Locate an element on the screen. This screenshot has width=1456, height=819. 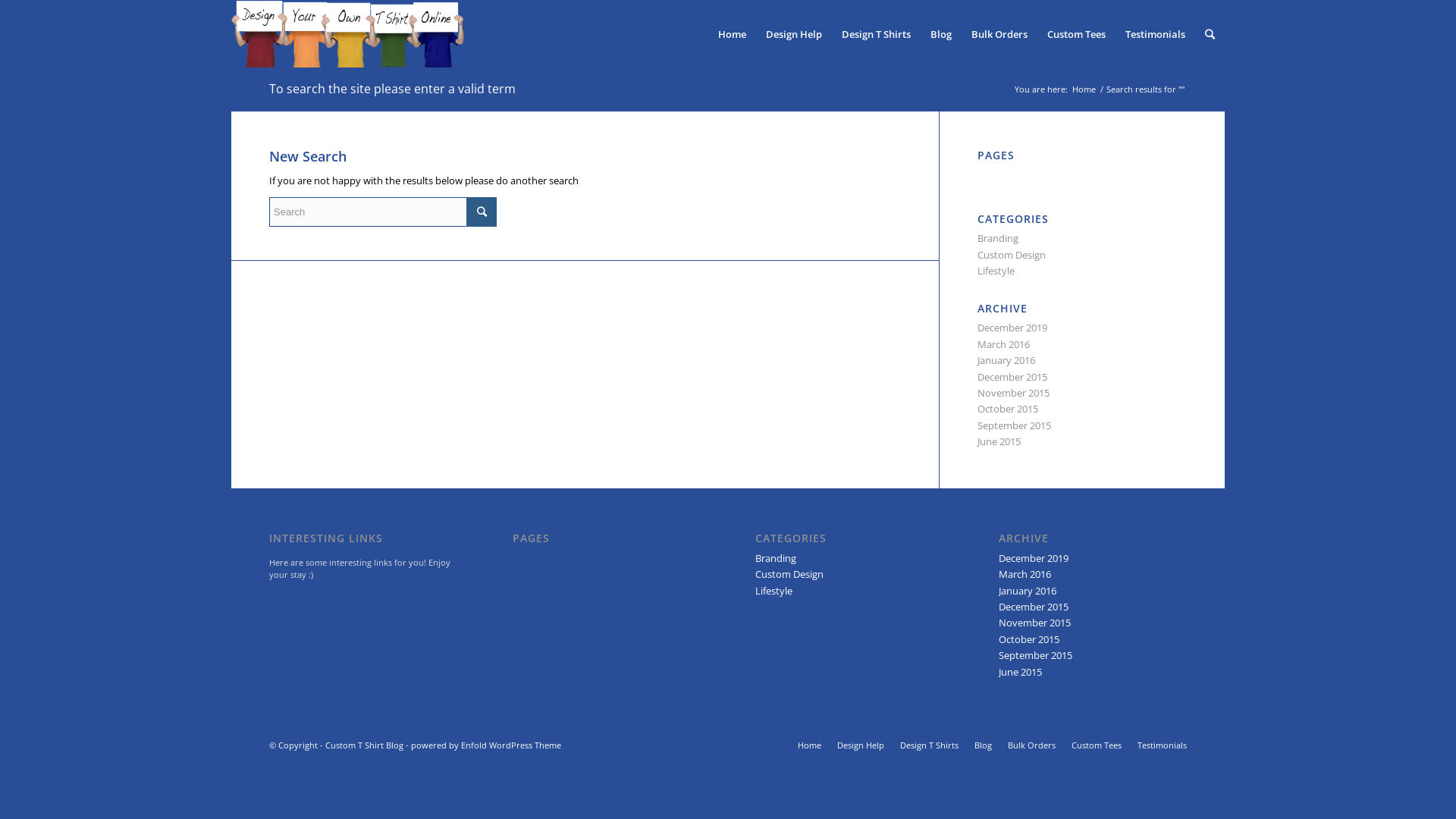
'Branding' is located at coordinates (997, 237).